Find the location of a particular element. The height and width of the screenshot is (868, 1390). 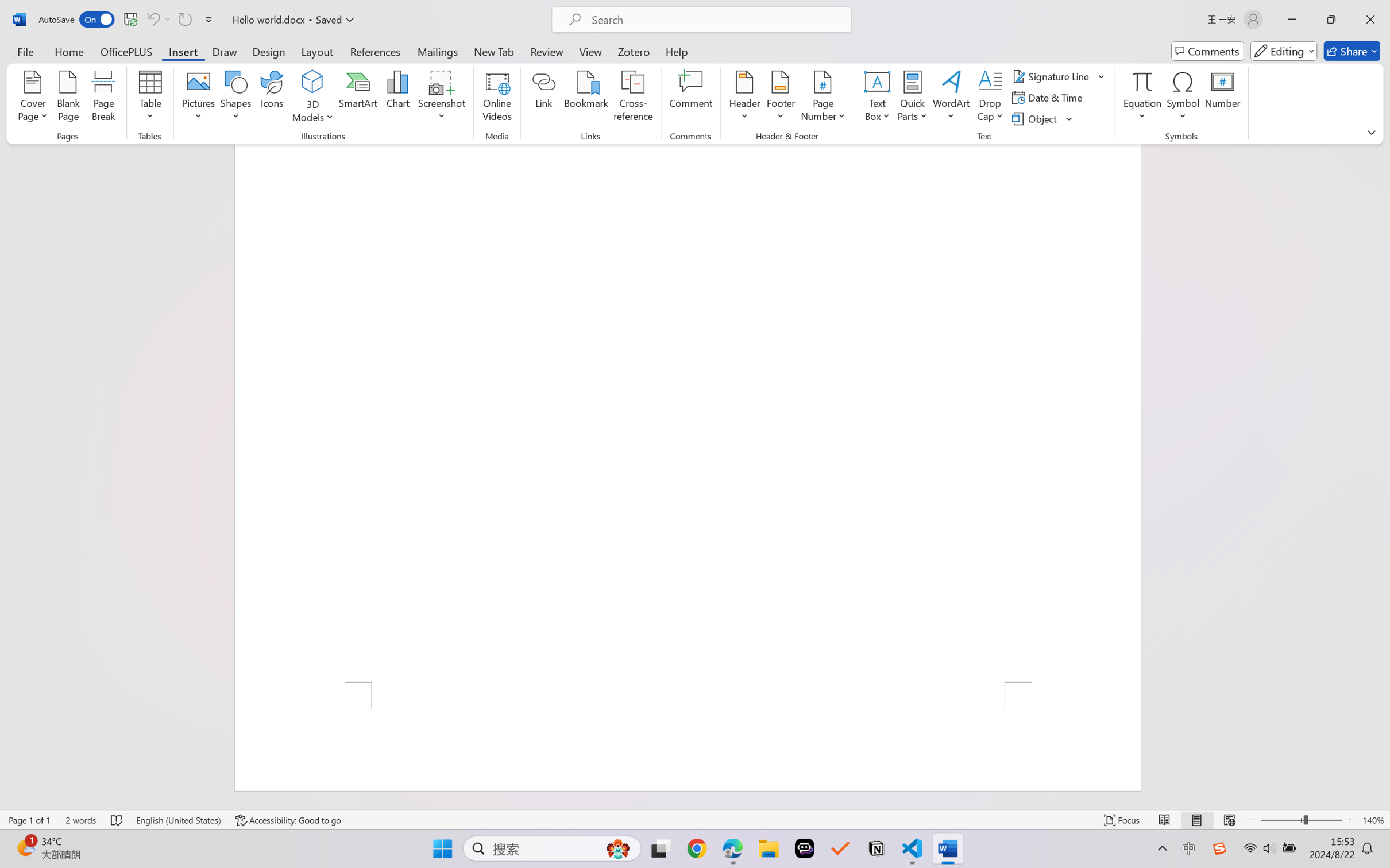

'References' is located at coordinates (375, 51).